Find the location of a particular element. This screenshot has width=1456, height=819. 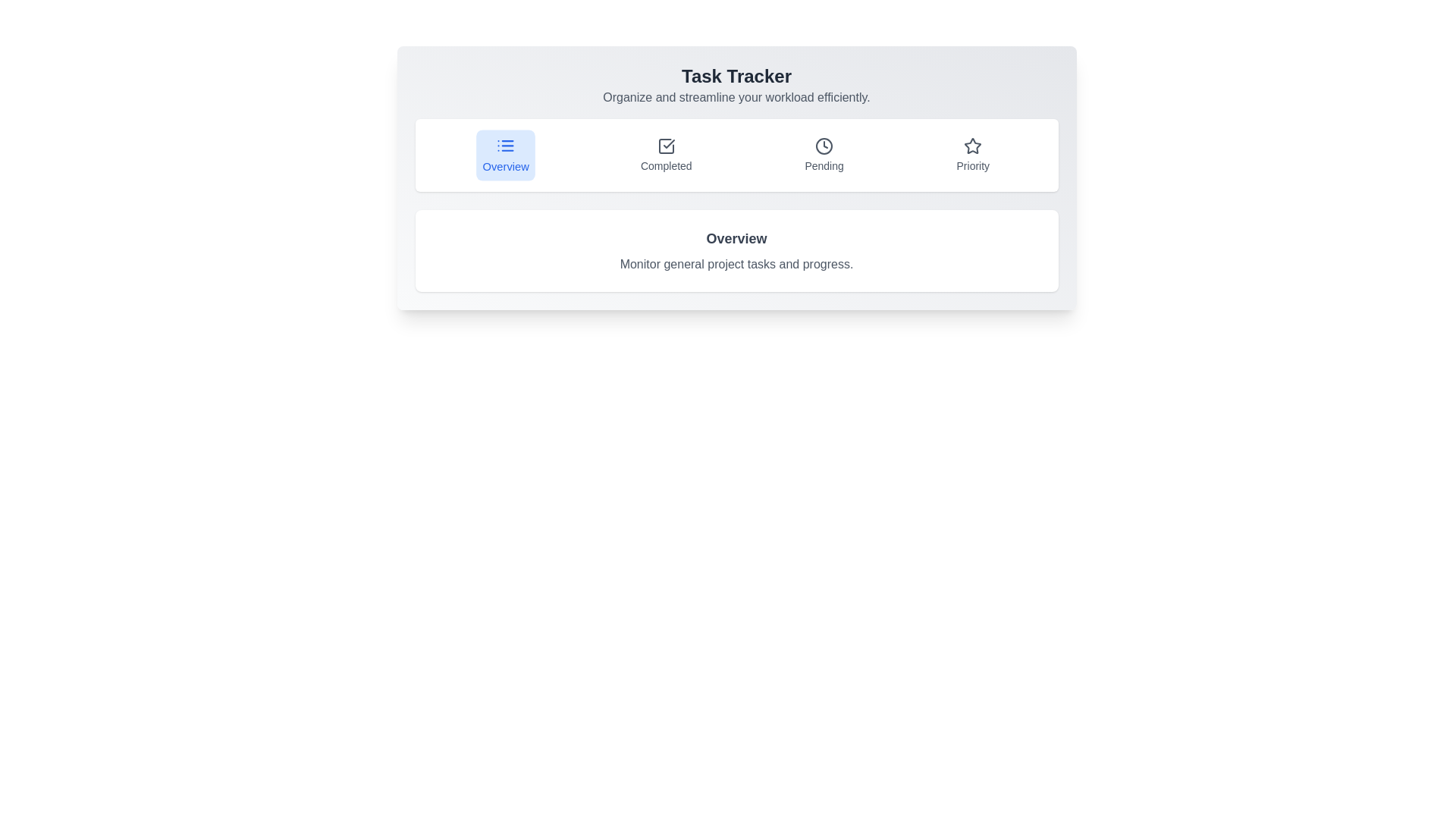

the Completed tab to view its content is located at coordinates (666, 155).